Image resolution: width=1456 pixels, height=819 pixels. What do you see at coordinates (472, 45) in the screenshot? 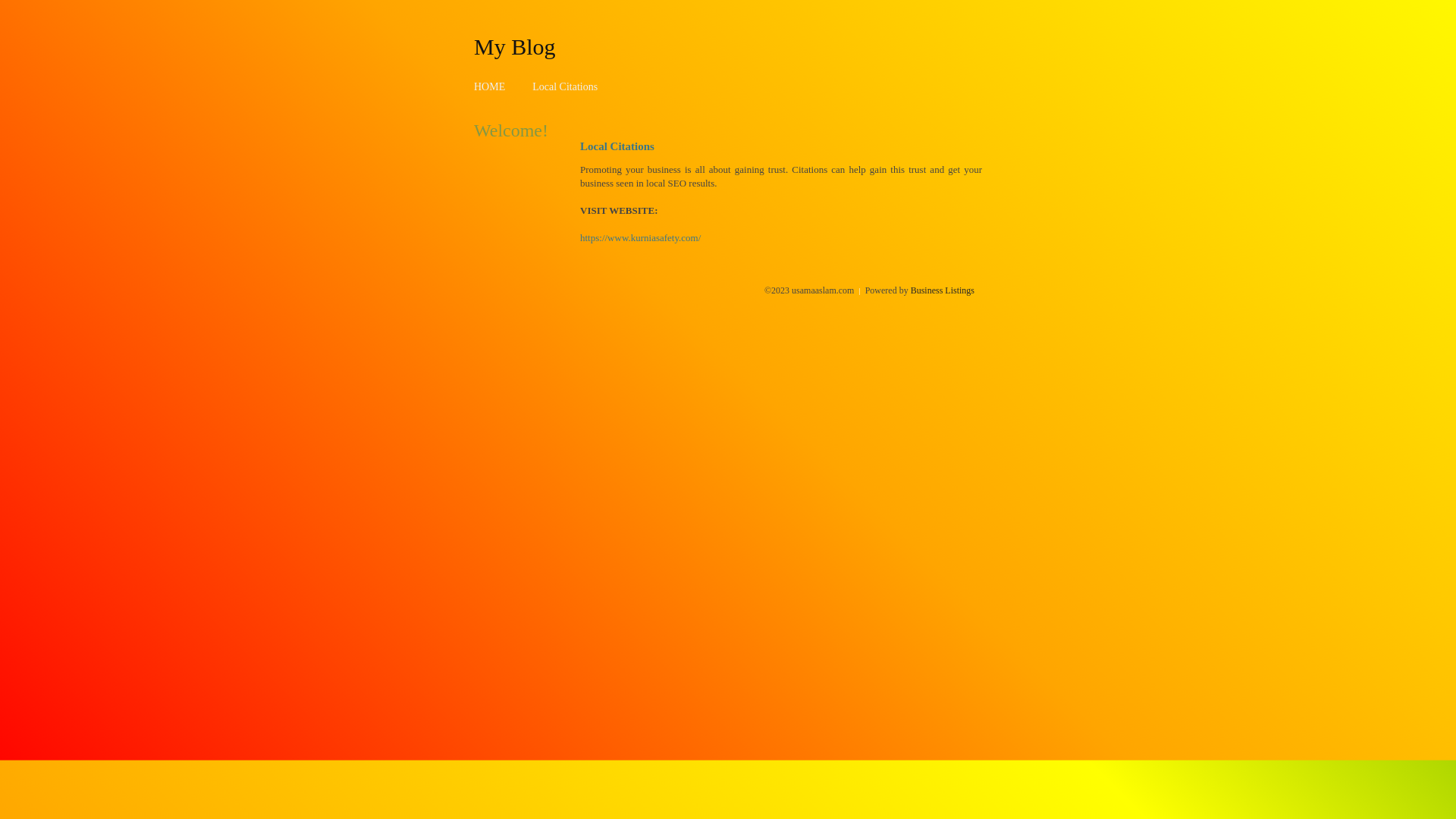
I see `'My Blog'` at bounding box center [472, 45].